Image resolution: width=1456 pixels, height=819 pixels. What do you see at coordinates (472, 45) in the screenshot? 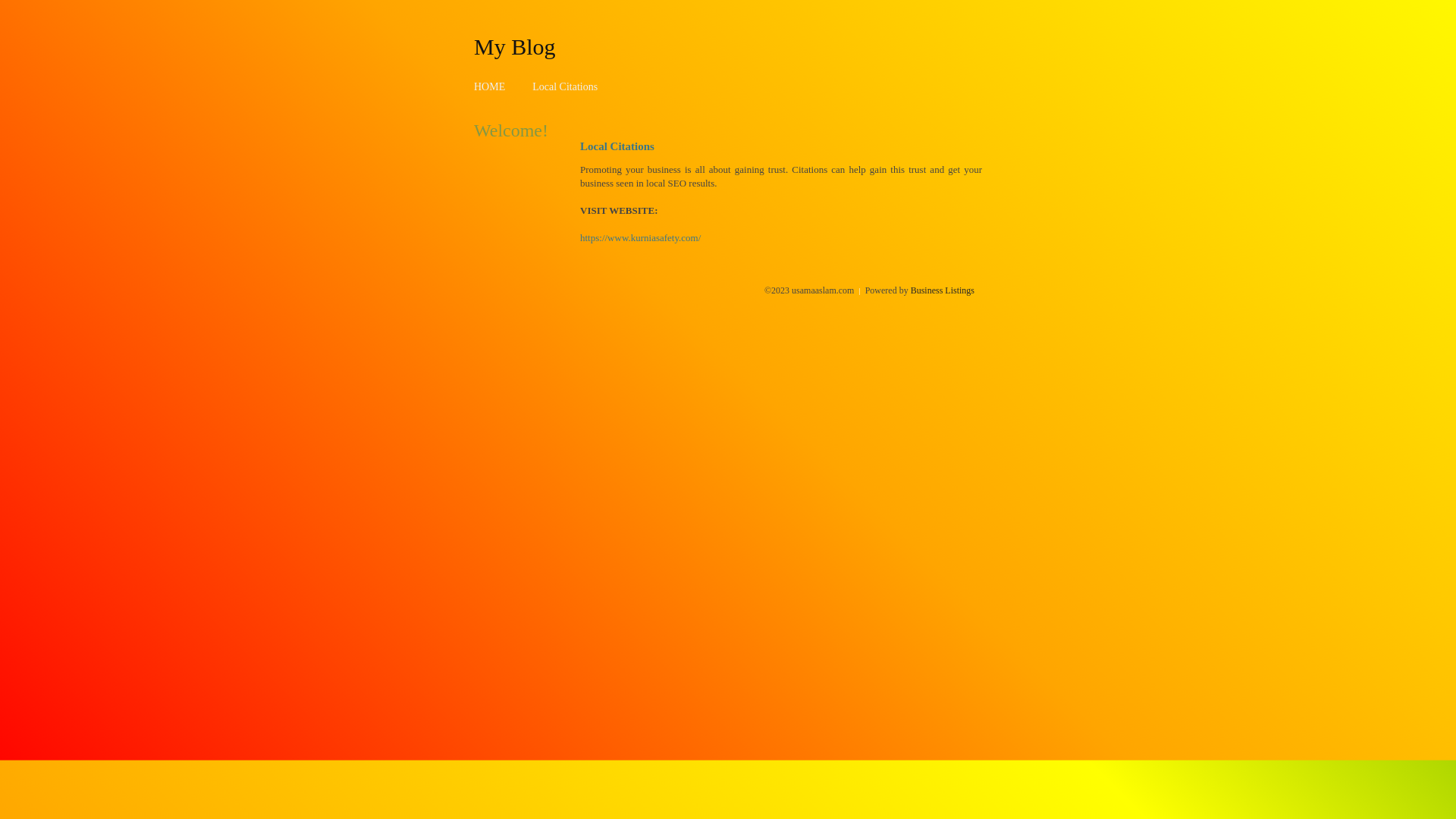
I see `'My Blog'` at bounding box center [472, 45].